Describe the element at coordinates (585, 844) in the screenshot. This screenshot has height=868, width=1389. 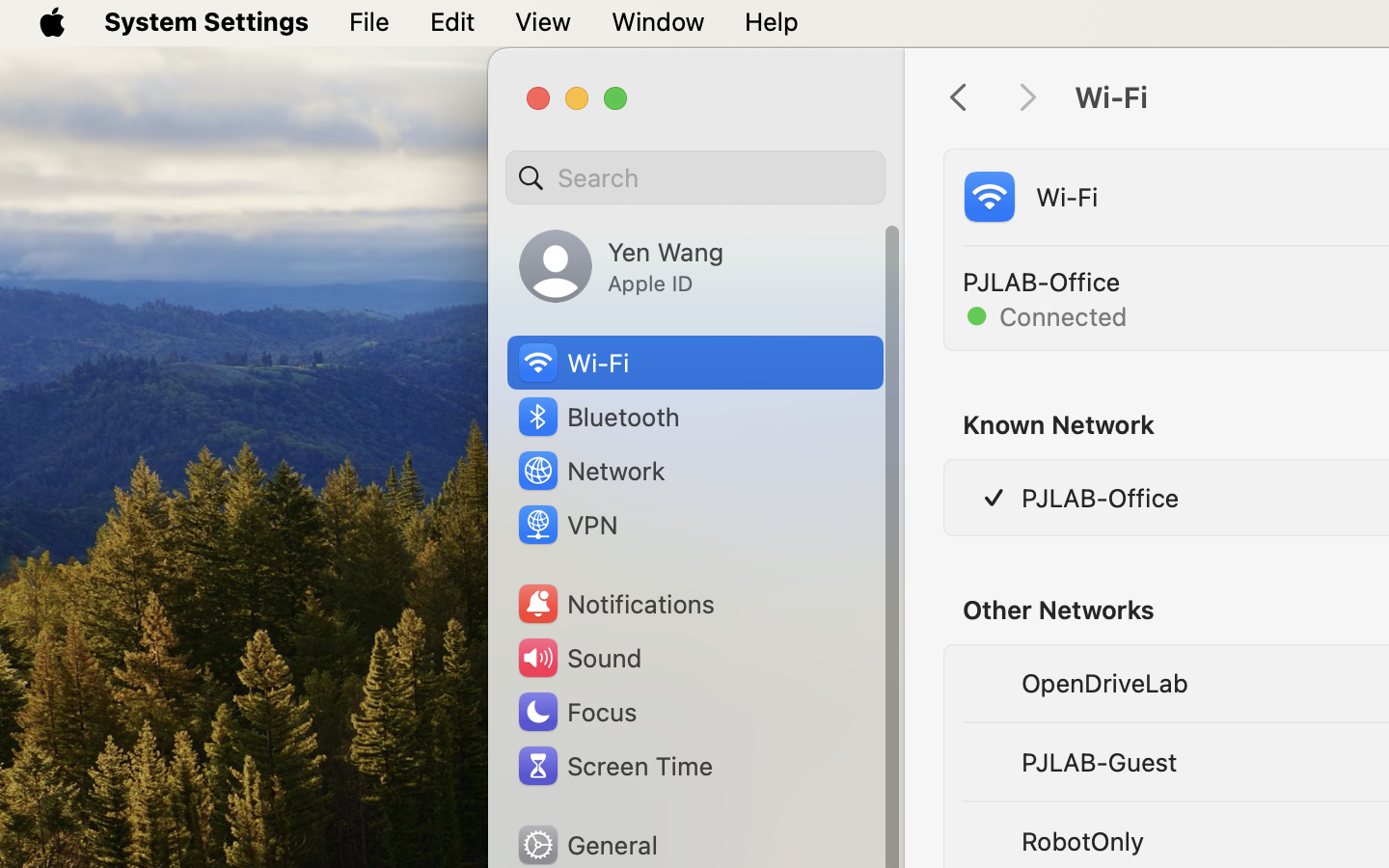
I see `'General'` at that location.